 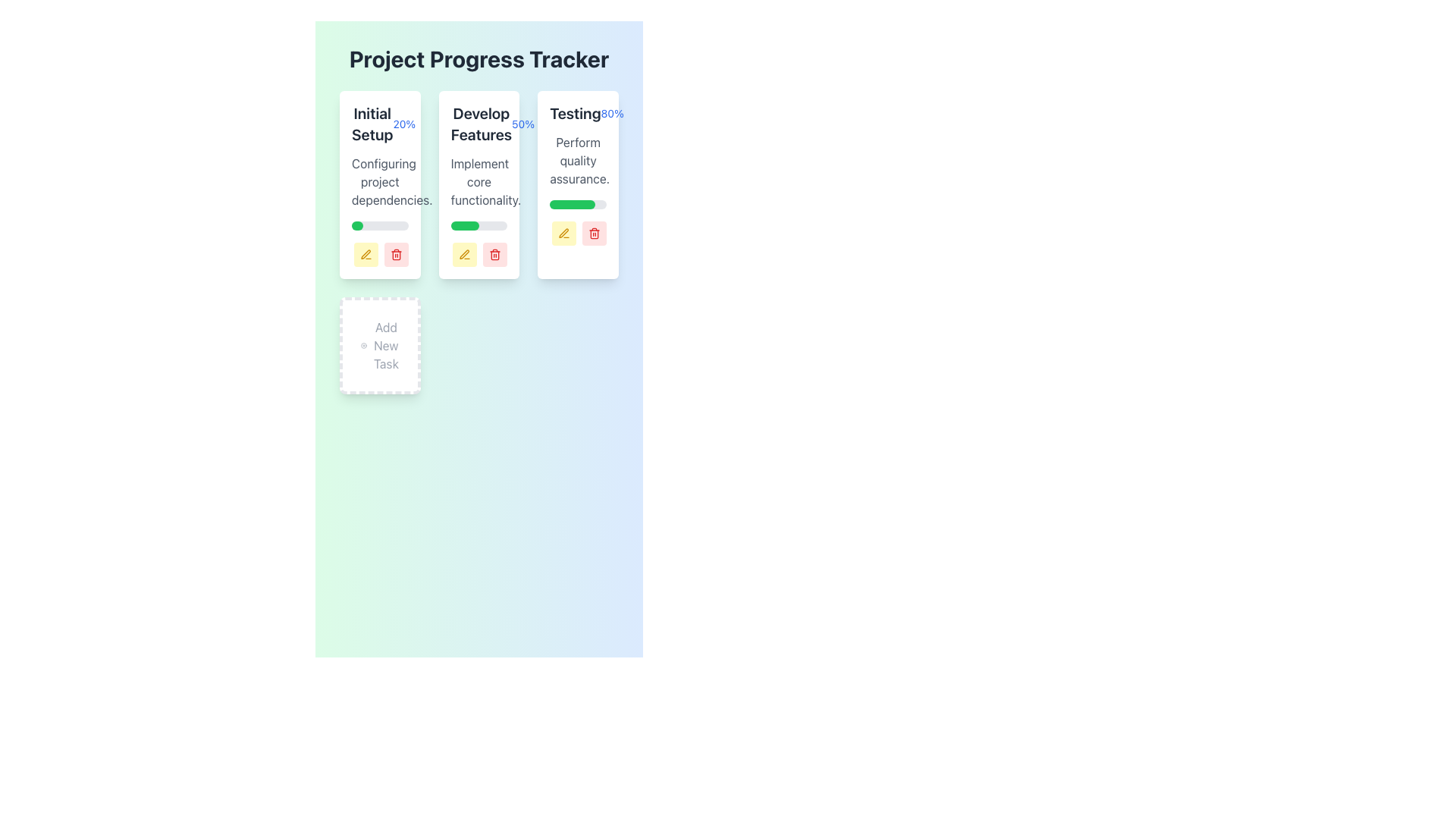 I want to click on the horizontal progress bar with a gray background and green segment indicating 20% progress, located above the action buttons in the 'Initial Setup' card, so click(x=380, y=225).